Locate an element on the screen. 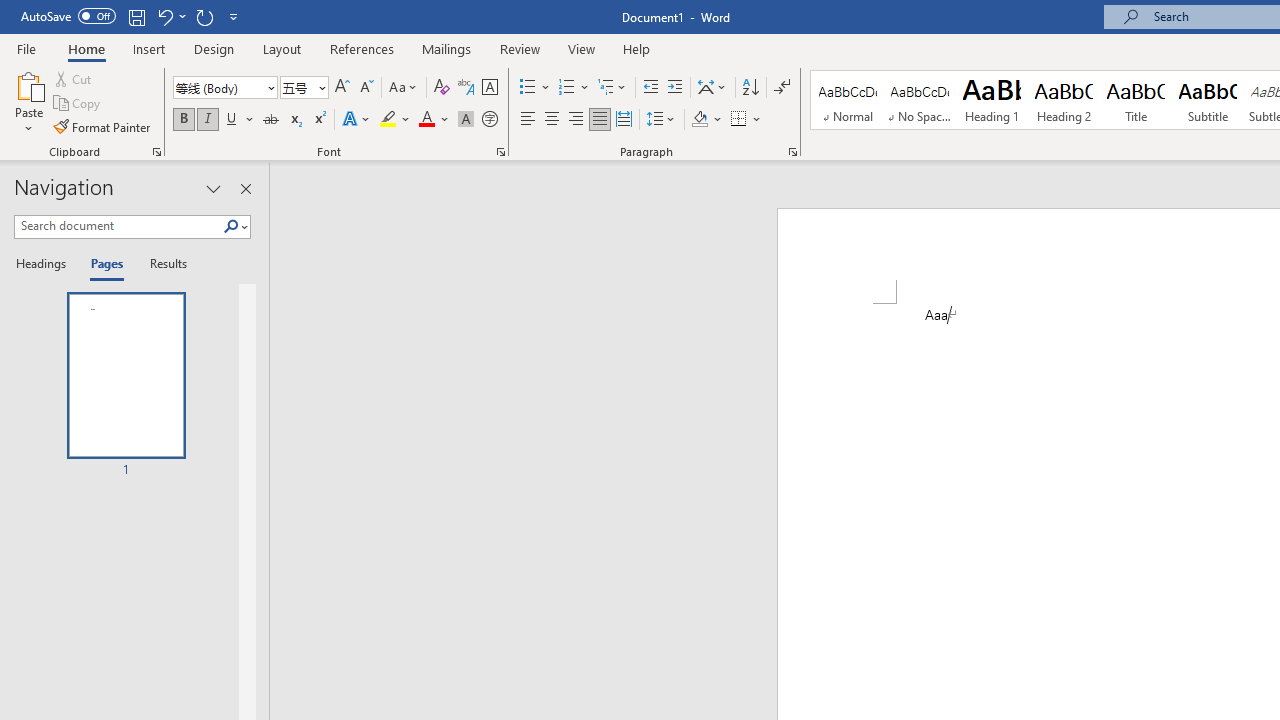  'Font Color Red' is located at coordinates (425, 119).